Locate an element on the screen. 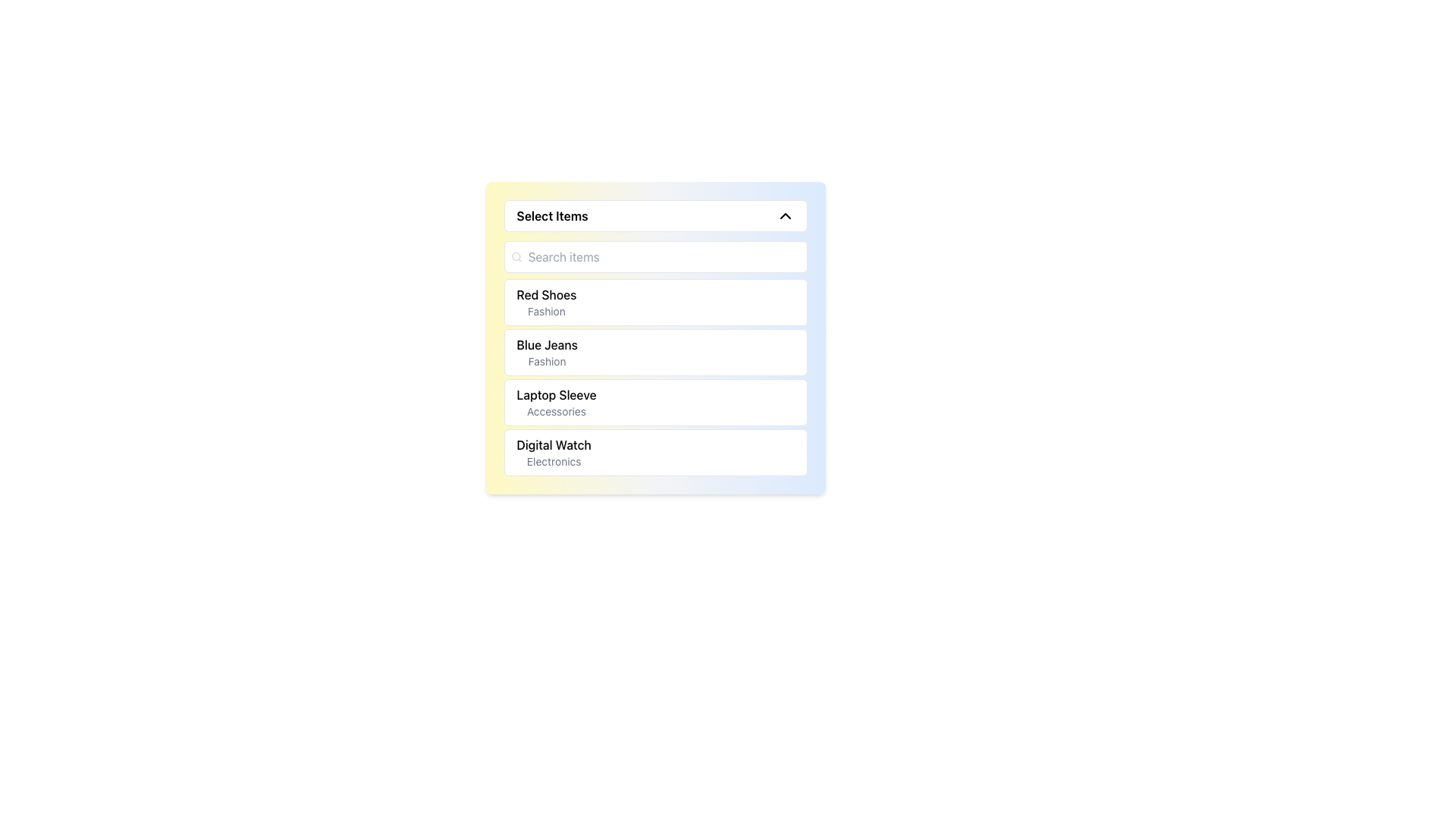 The height and width of the screenshot is (819, 1456). the static text label displaying the word 'Fashion', which is positioned directly below the text 'Blue Jeans' in a vertical list structure is located at coordinates (546, 362).